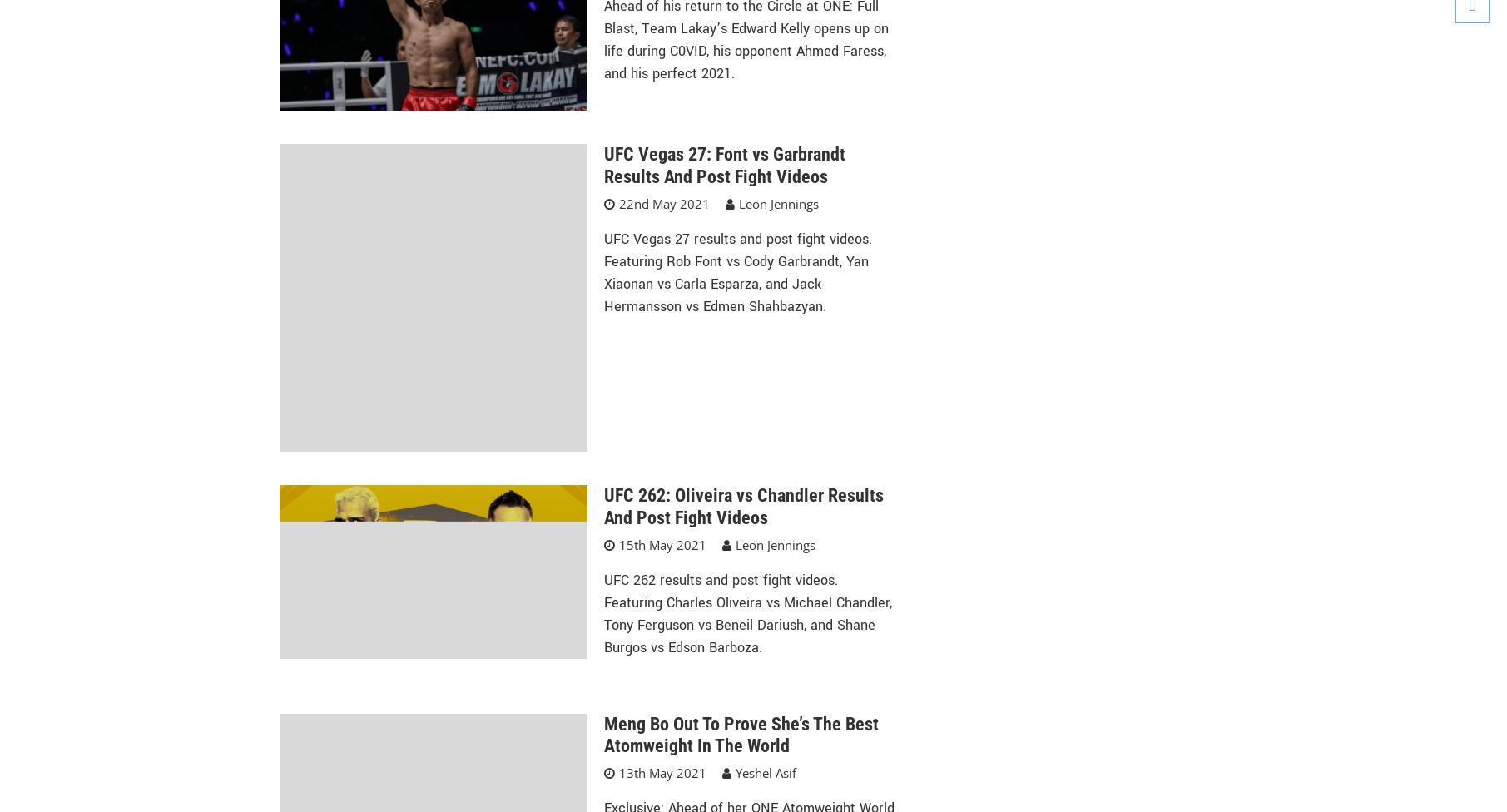 The height and width of the screenshot is (812, 1507). What do you see at coordinates (602, 506) in the screenshot?
I see `'UFC 262: Oliveira vs Chandler Results And Post Fight Videos'` at bounding box center [602, 506].